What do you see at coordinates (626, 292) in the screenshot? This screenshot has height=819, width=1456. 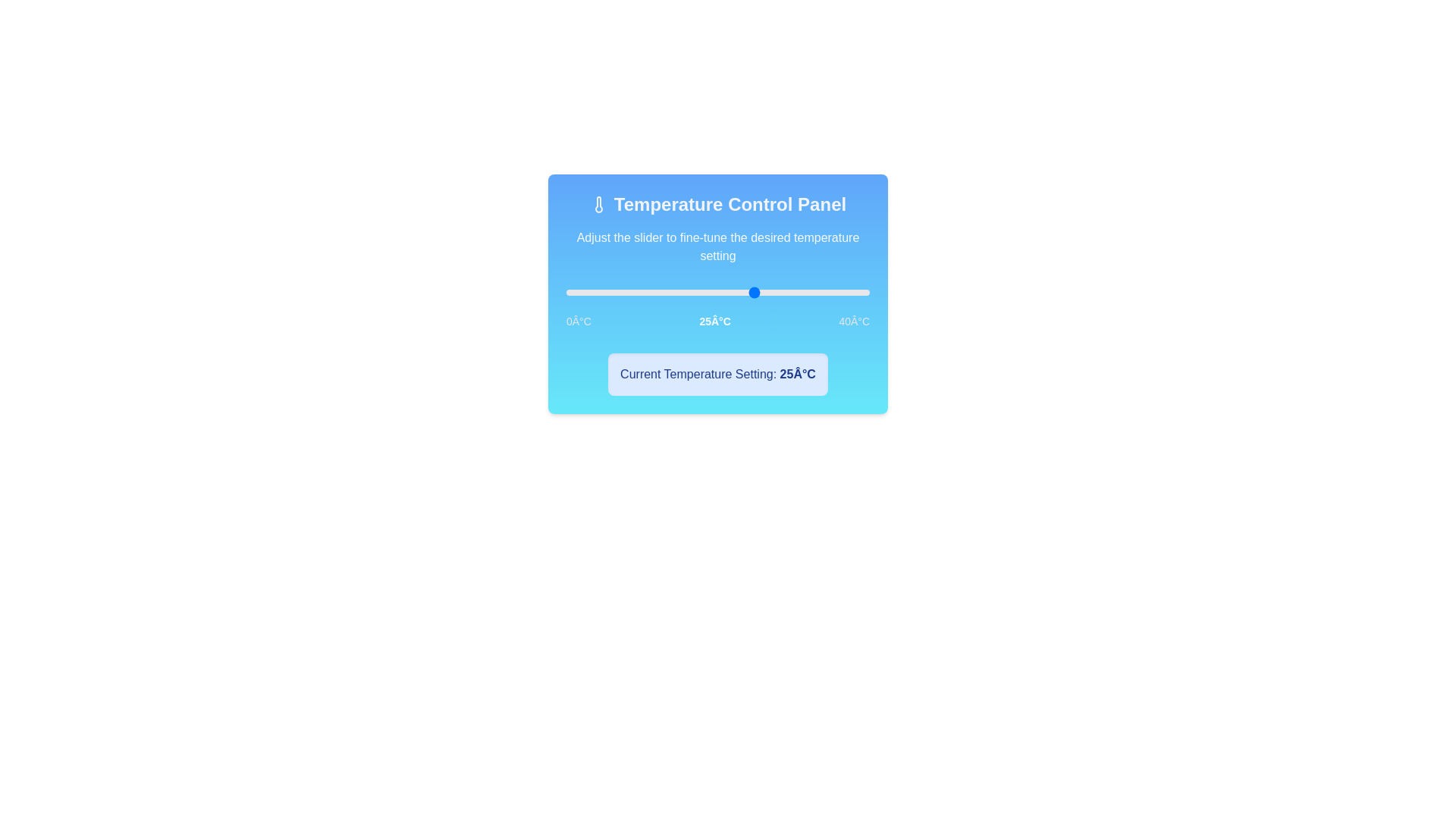 I see `the temperature to 8°C by clicking on the slider track` at bounding box center [626, 292].